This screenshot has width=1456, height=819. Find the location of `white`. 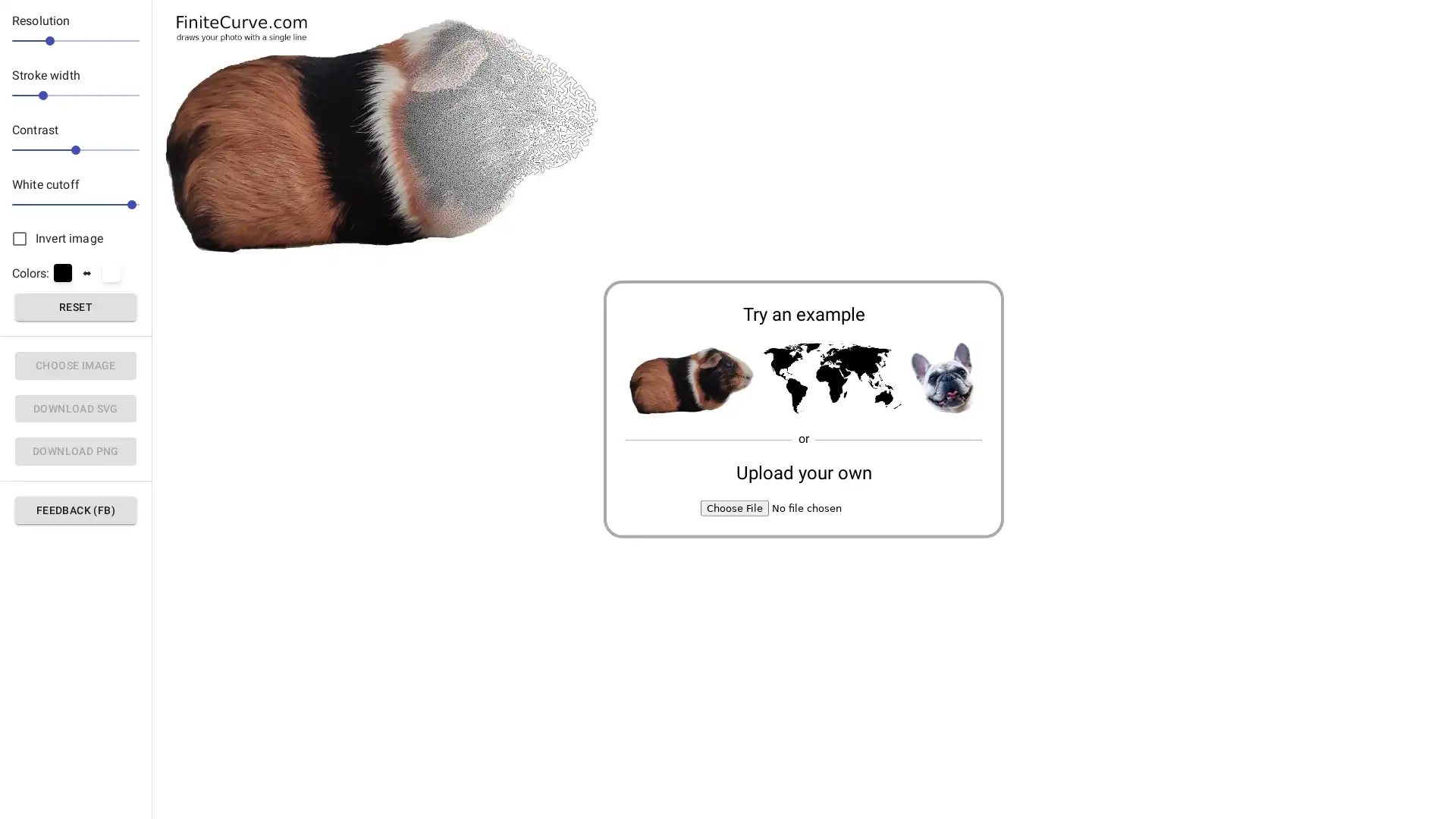

white is located at coordinates (111, 271).